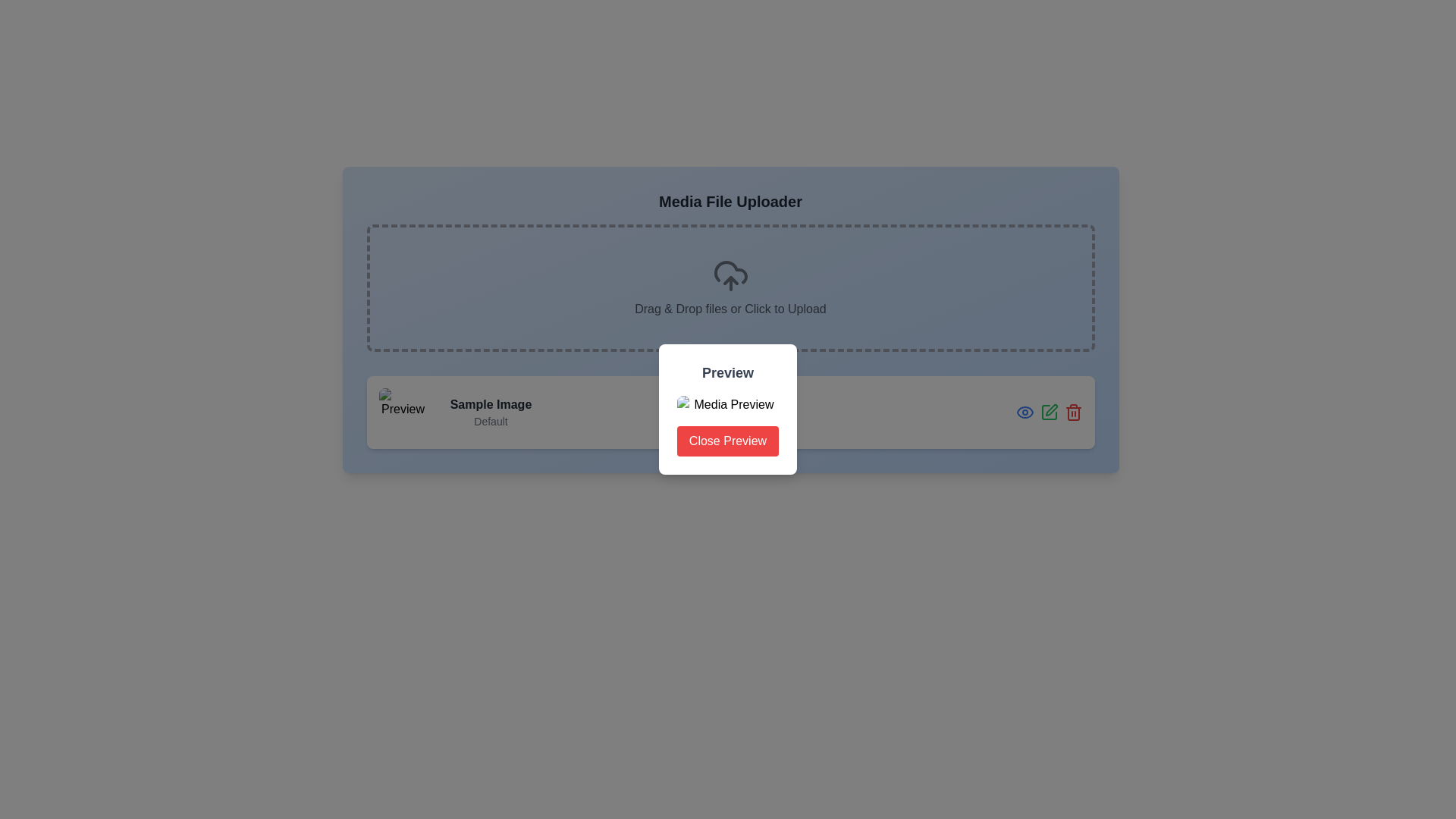 The image size is (1456, 819). What do you see at coordinates (1025, 412) in the screenshot?
I see `the leftmost icon button in the bottom-right corner of the interface` at bounding box center [1025, 412].